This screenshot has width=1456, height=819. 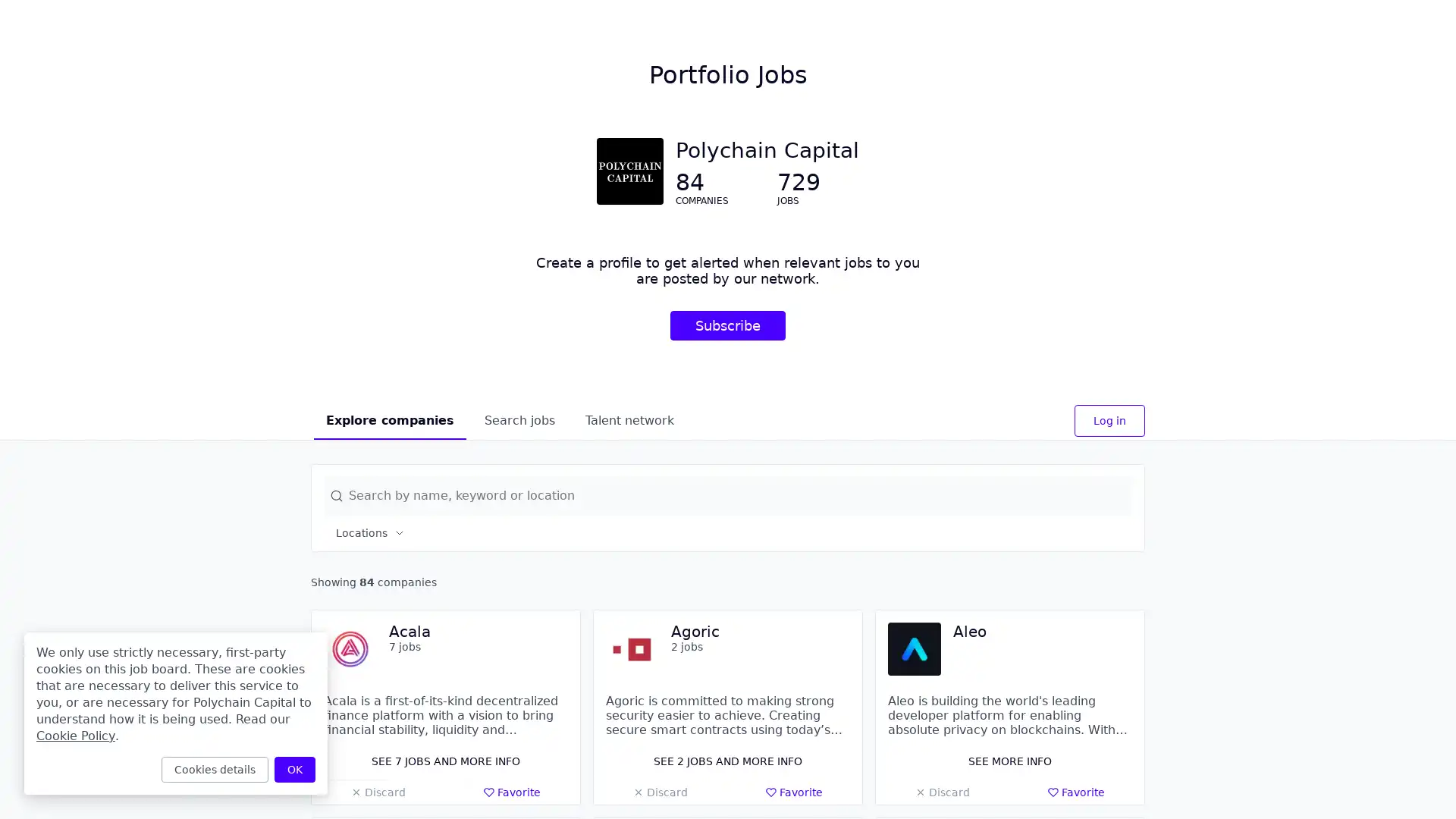 What do you see at coordinates (941, 792) in the screenshot?
I see `Discard` at bounding box center [941, 792].